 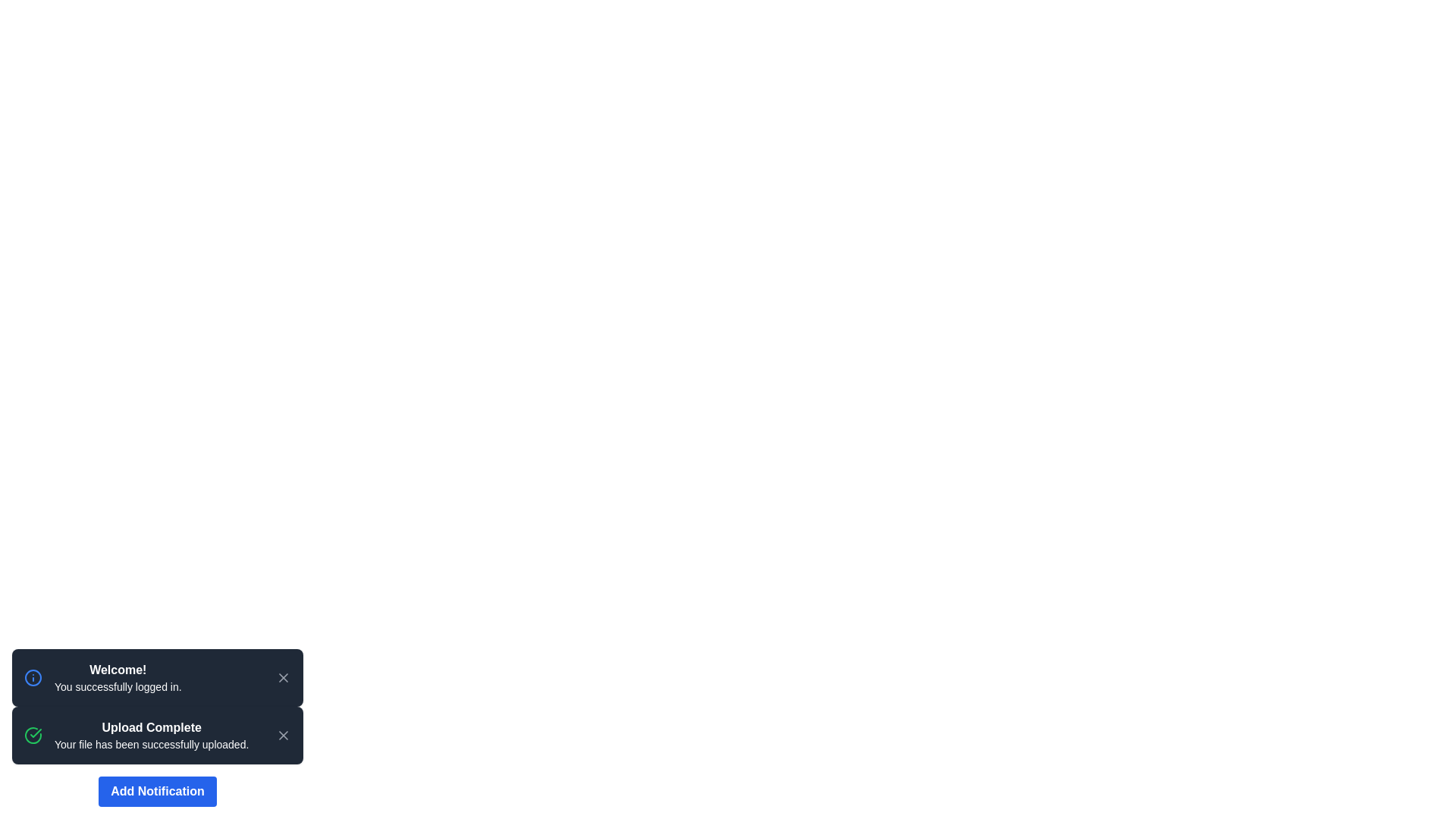 What do you see at coordinates (284, 734) in the screenshot?
I see `the close button with a cross mark ('X') located in the top-right corner of the notification card` at bounding box center [284, 734].